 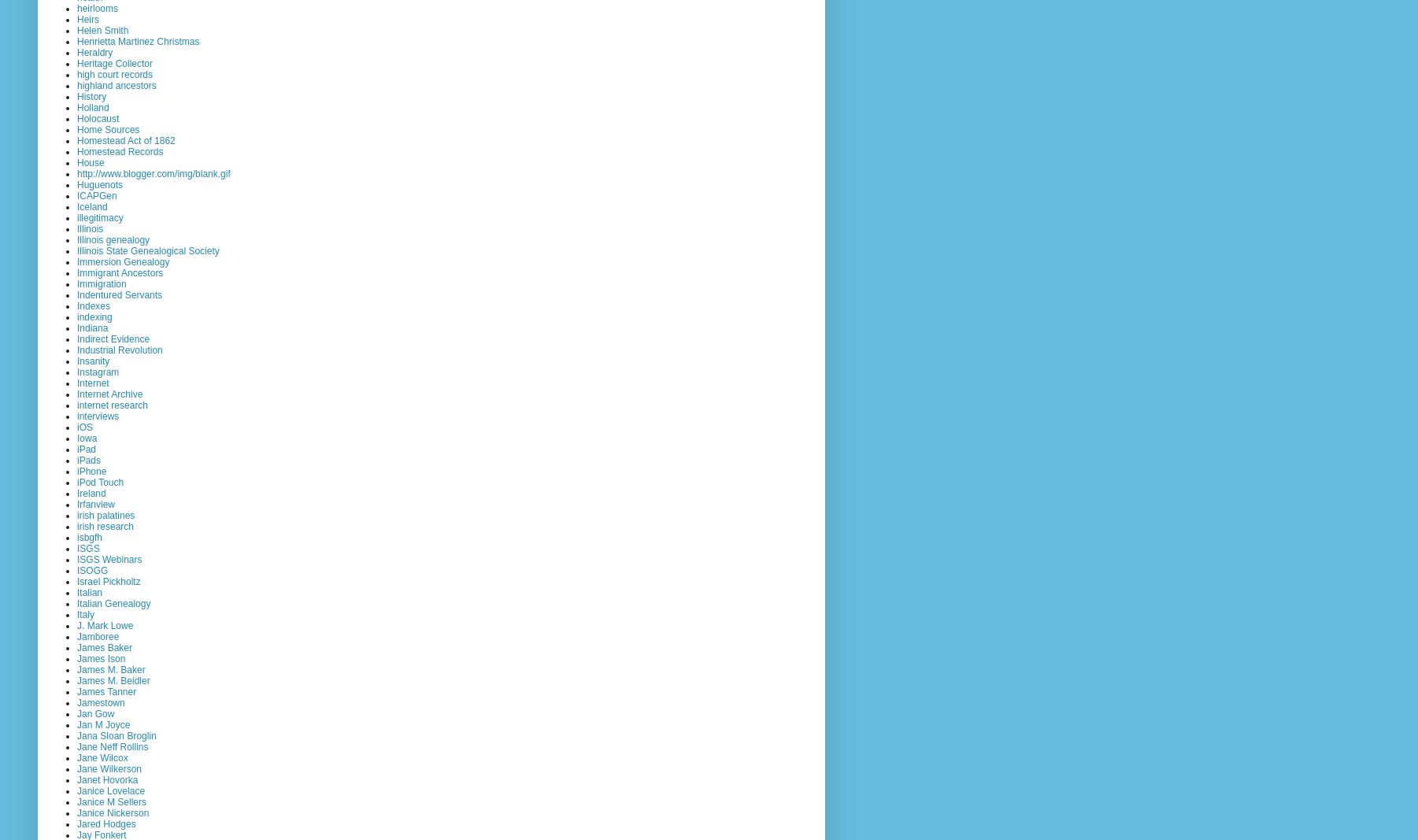 I want to click on 'Jane Wilcox', so click(x=102, y=757).